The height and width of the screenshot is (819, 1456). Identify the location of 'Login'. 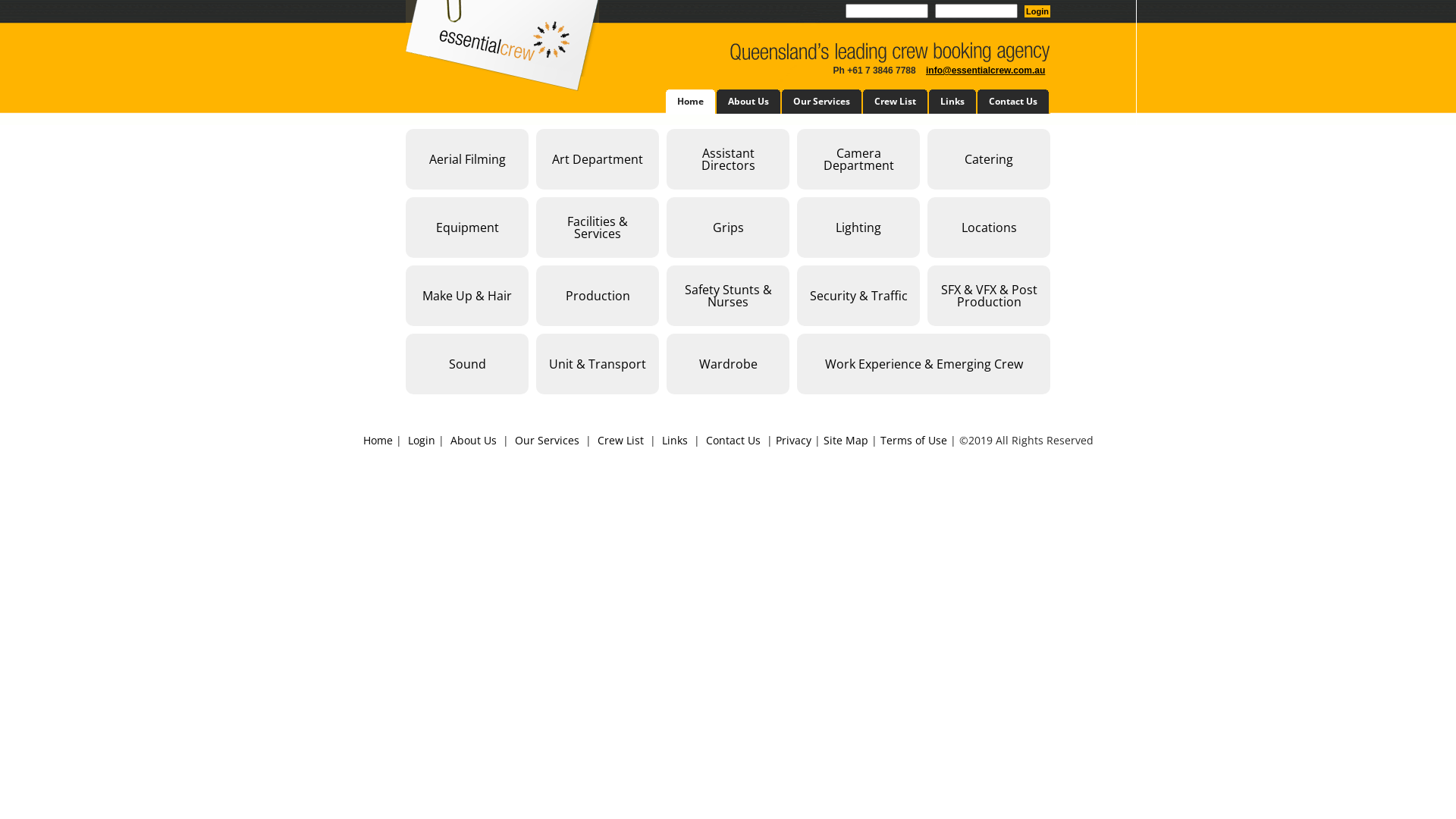
(422, 440).